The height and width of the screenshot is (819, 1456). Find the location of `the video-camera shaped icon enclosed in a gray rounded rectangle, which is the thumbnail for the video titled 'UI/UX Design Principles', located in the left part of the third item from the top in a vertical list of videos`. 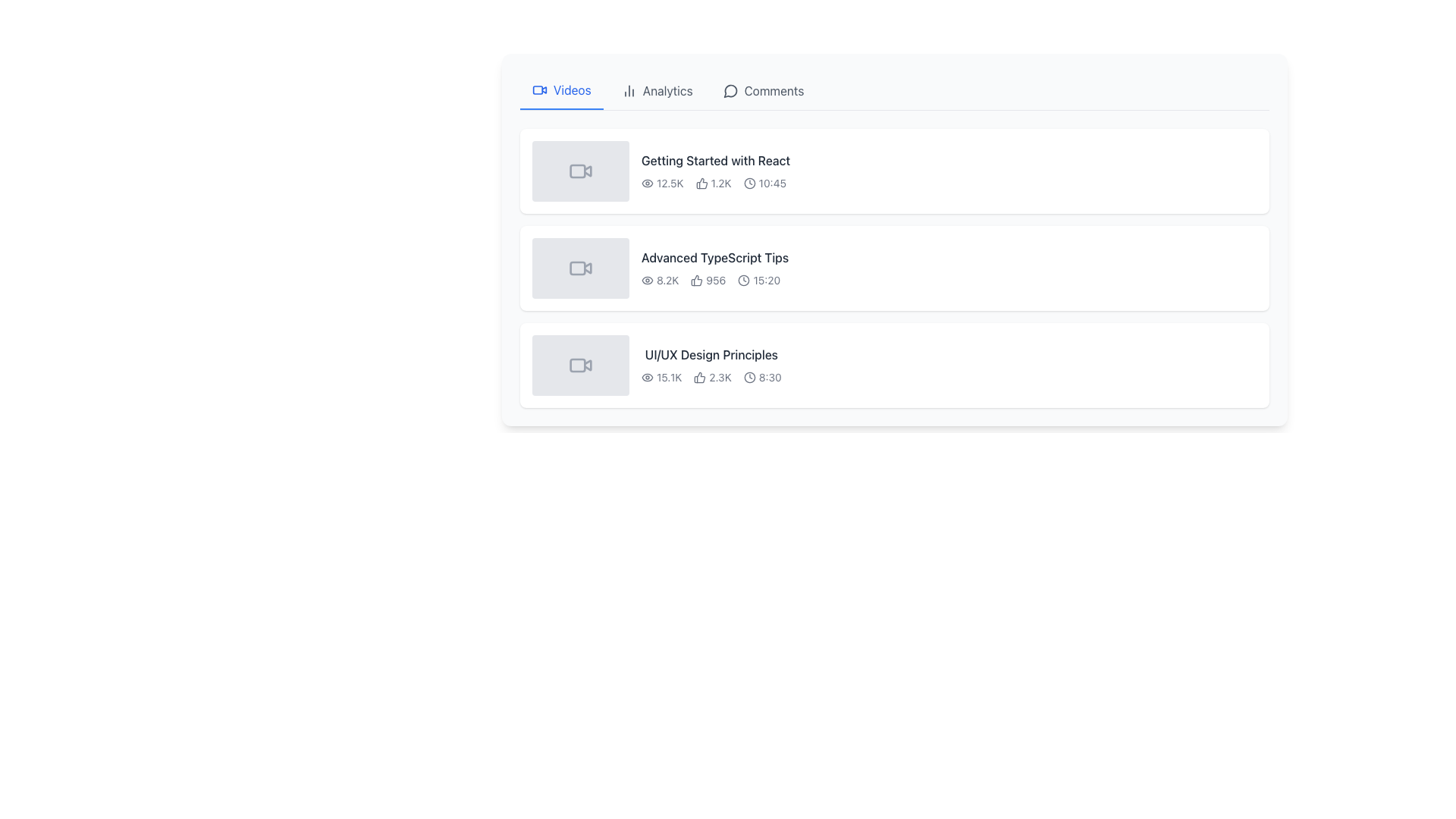

the video-camera shaped icon enclosed in a gray rounded rectangle, which is the thumbnail for the video titled 'UI/UX Design Principles', located in the left part of the third item from the top in a vertical list of videos is located at coordinates (580, 366).